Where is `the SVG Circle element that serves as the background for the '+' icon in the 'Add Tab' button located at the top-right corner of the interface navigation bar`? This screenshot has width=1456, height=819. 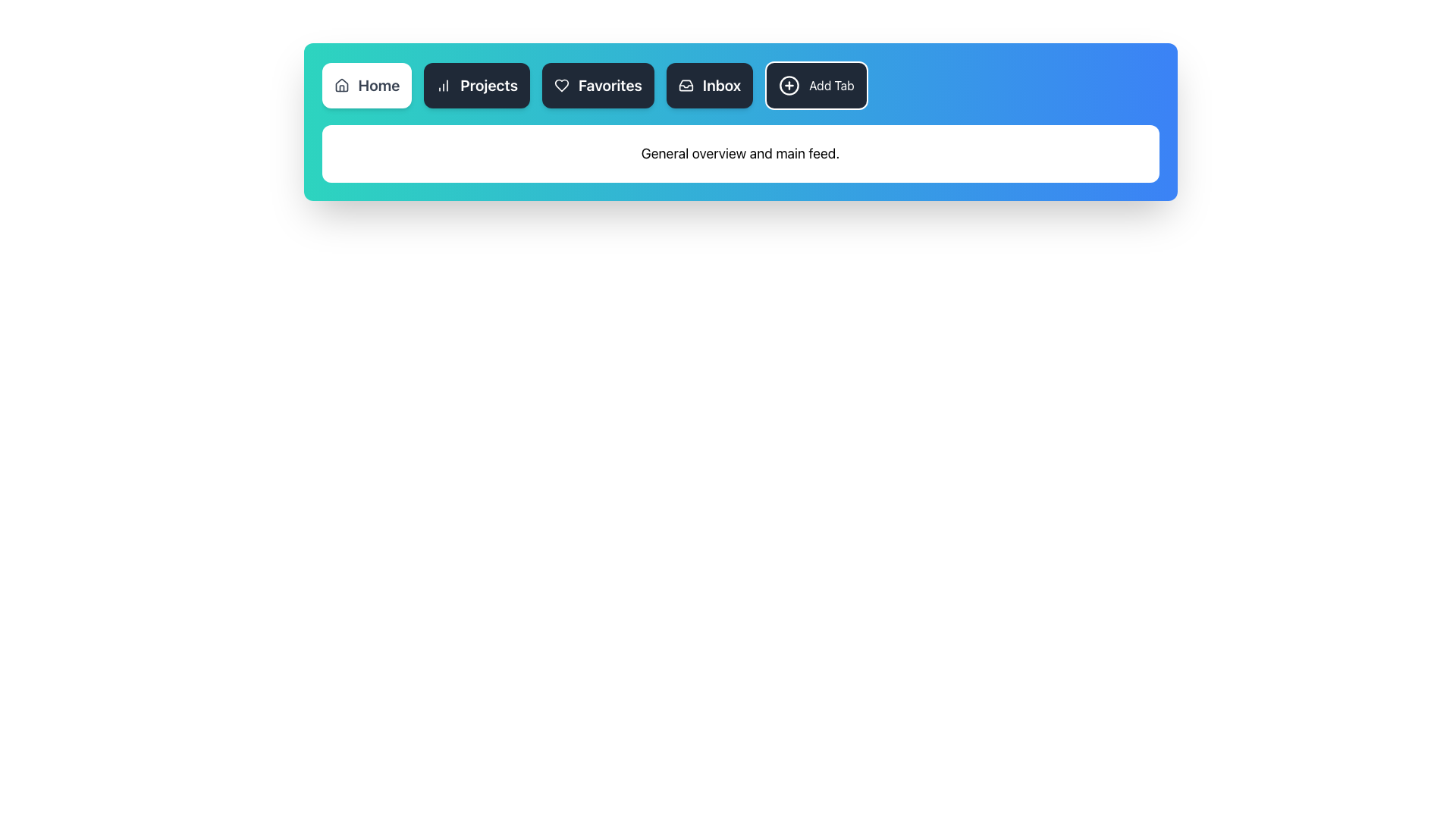 the SVG Circle element that serves as the background for the '+' icon in the 'Add Tab' button located at the top-right corner of the interface navigation bar is located at coordinates (789, 85).